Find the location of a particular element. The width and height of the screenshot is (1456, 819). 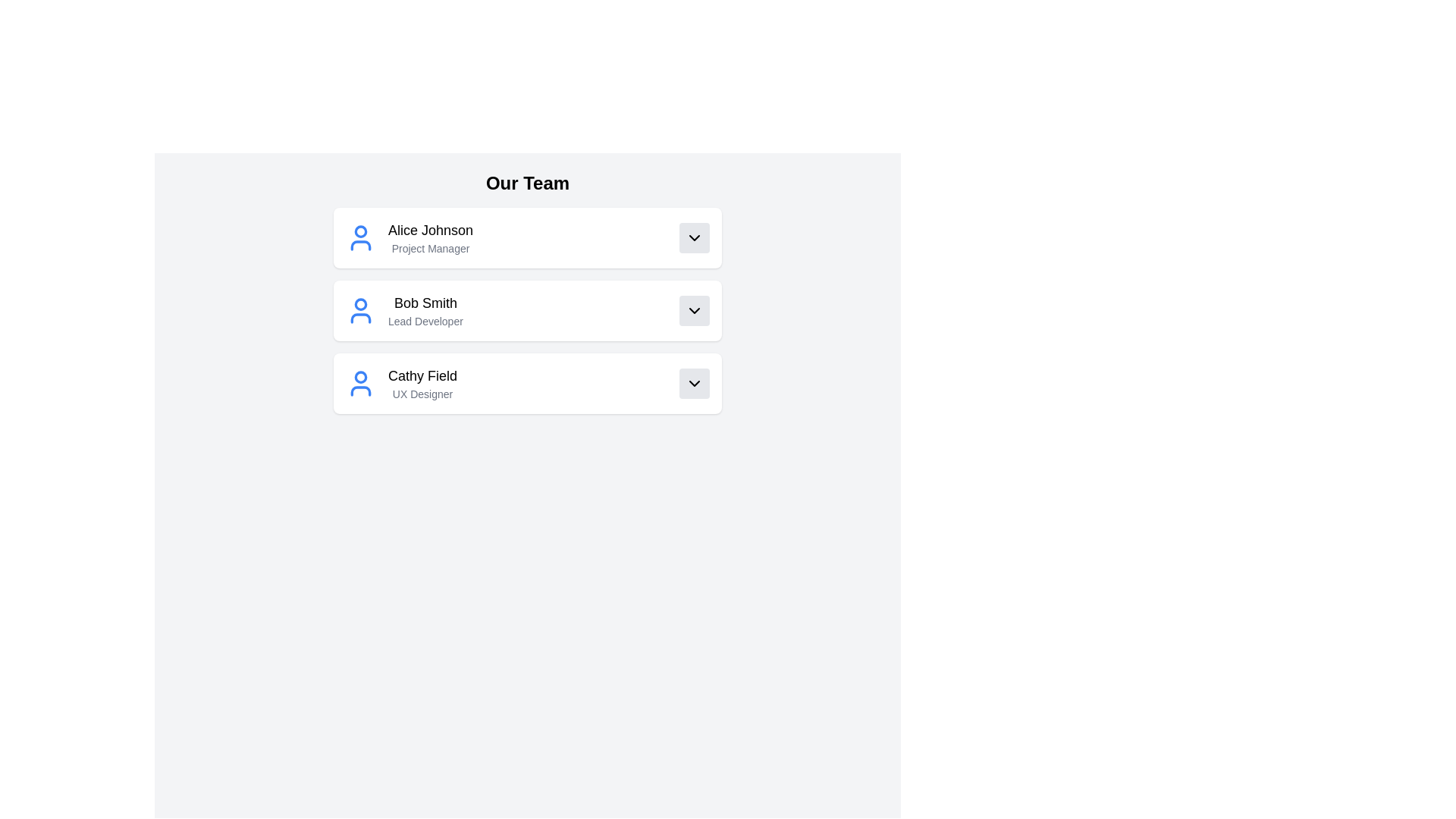

the chevron icon located on the far right of the 'Cathy Field UX Designer' row is located at coordinates (694, 382).